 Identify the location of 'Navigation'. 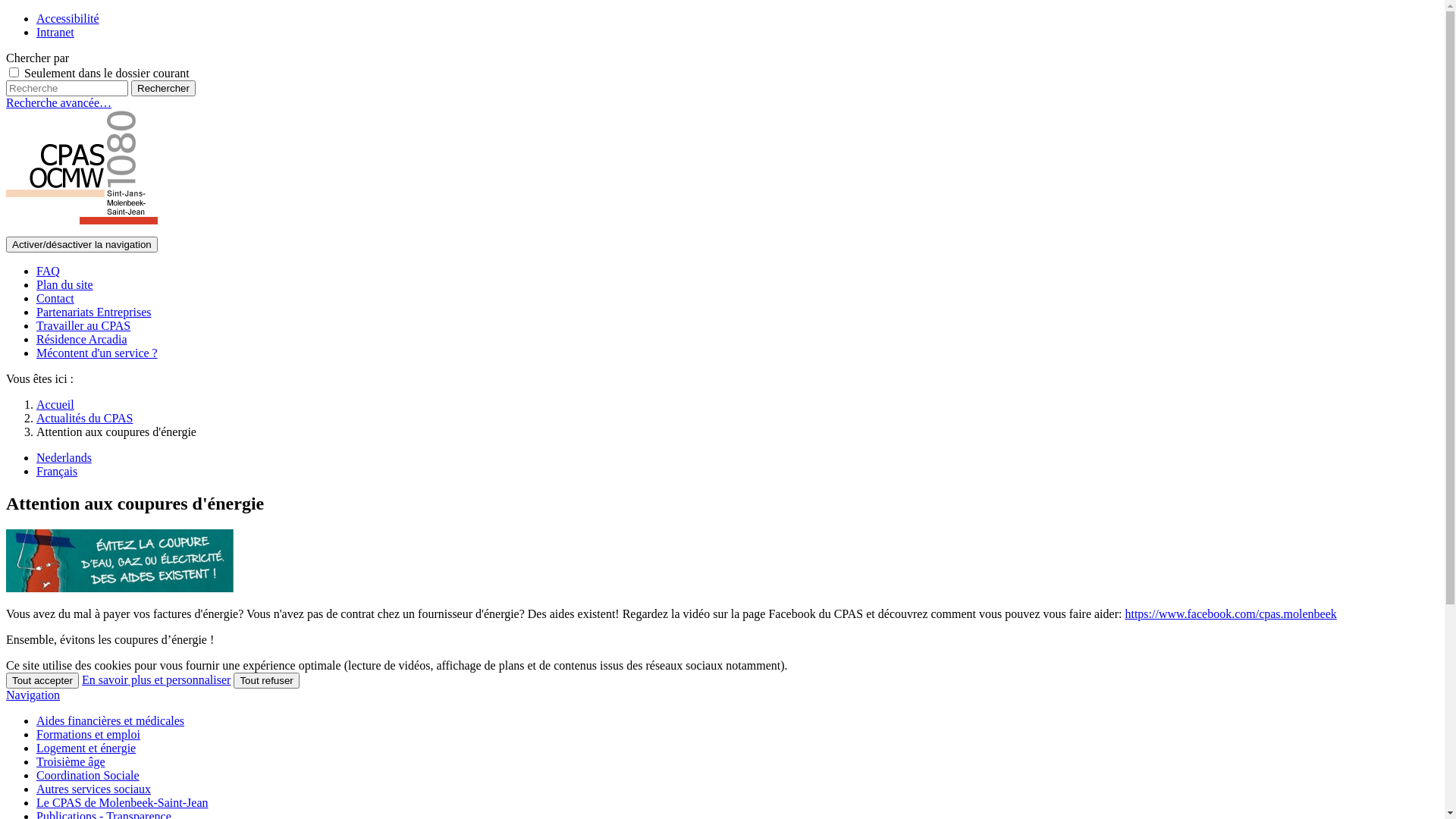
(33, 695).